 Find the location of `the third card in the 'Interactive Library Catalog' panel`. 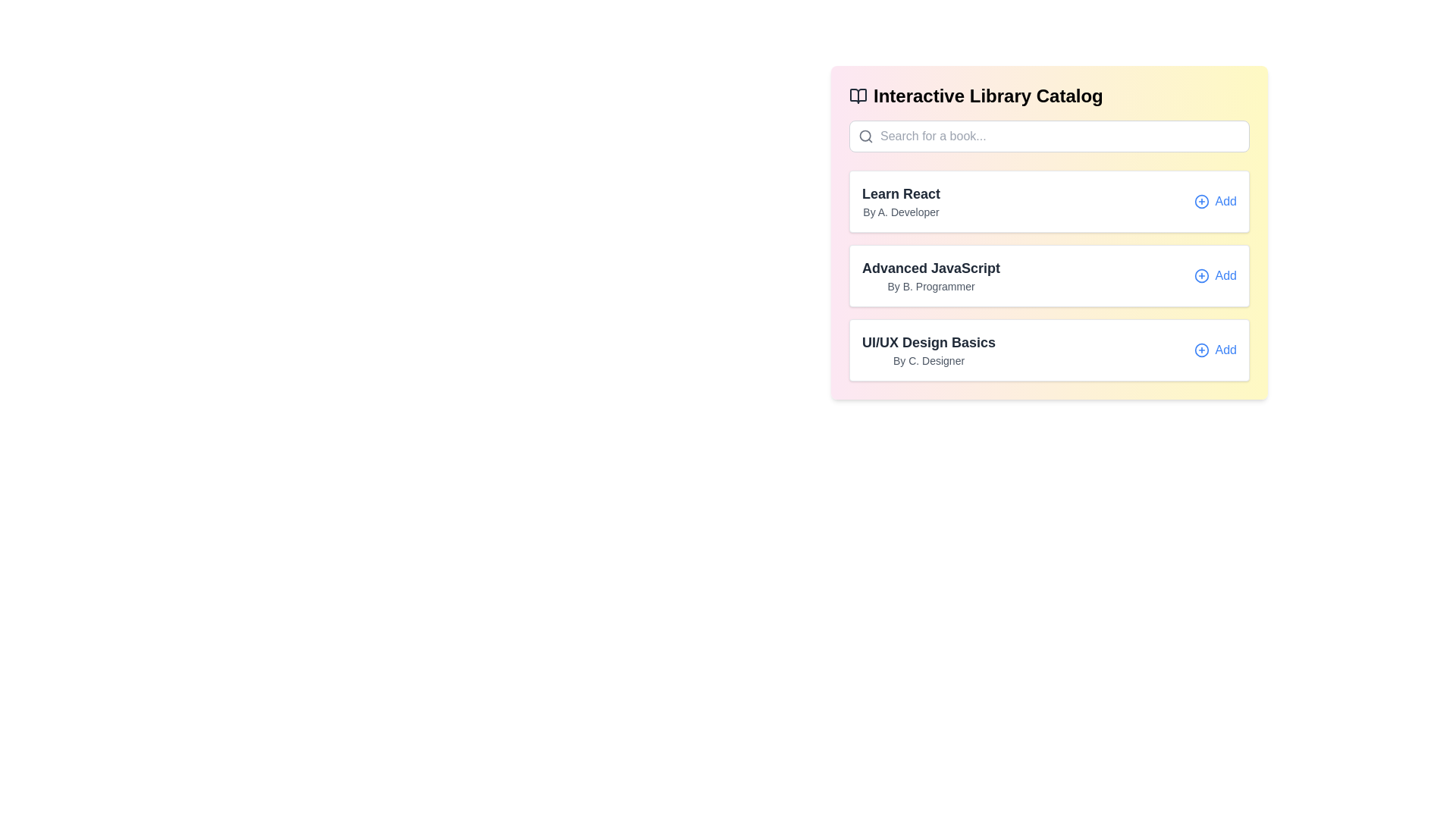

the third card in the 'Interactive Library Catalog' panel is located at coordinates (1048, 350).